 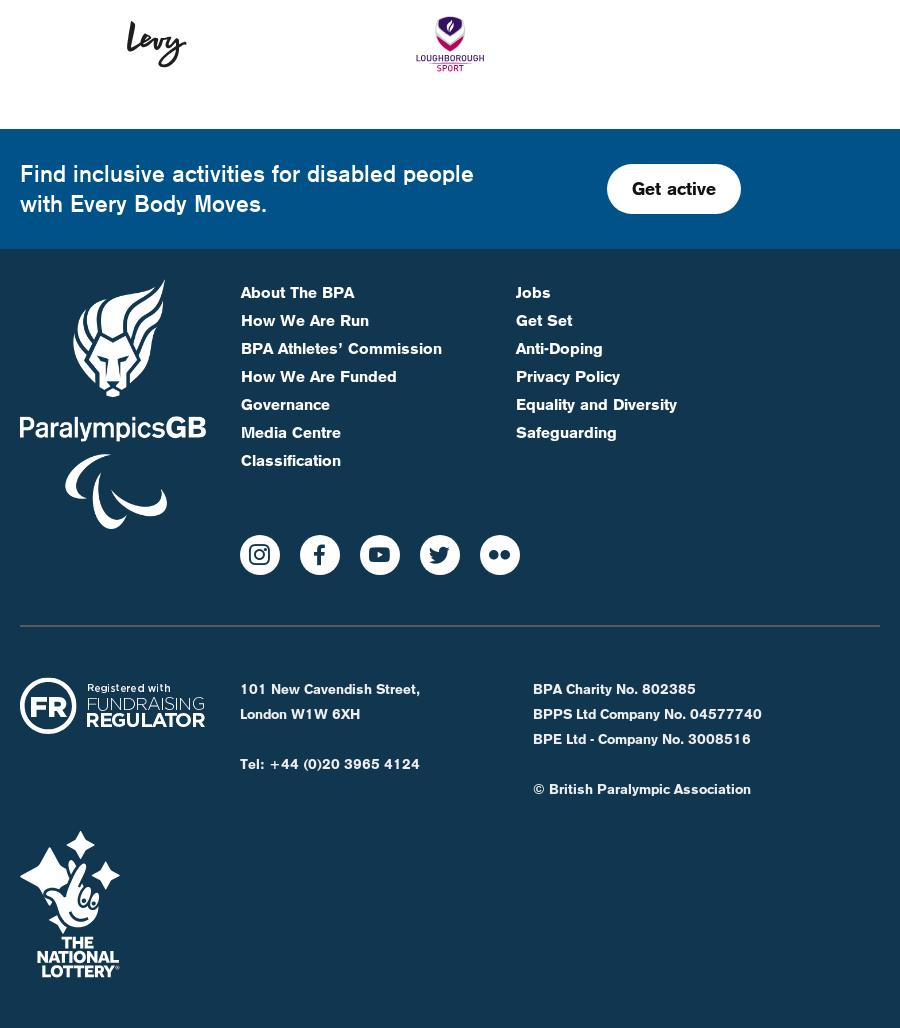 What do you see at coordinates (317, 308) in the screenshot?
I see `'How We Are Funded'` at bounding box center [317, 308].